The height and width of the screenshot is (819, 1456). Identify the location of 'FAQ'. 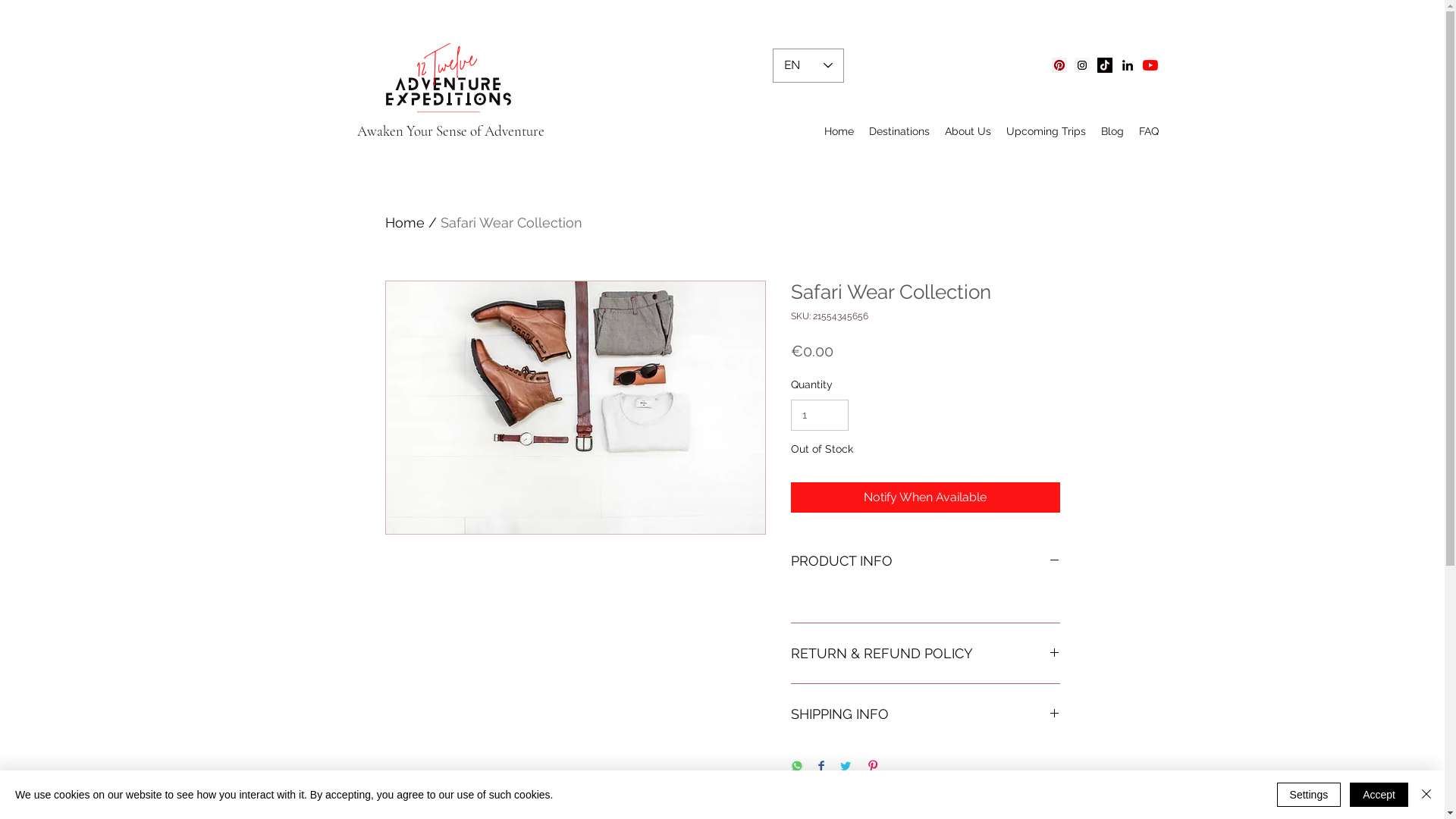
(1149, 130).